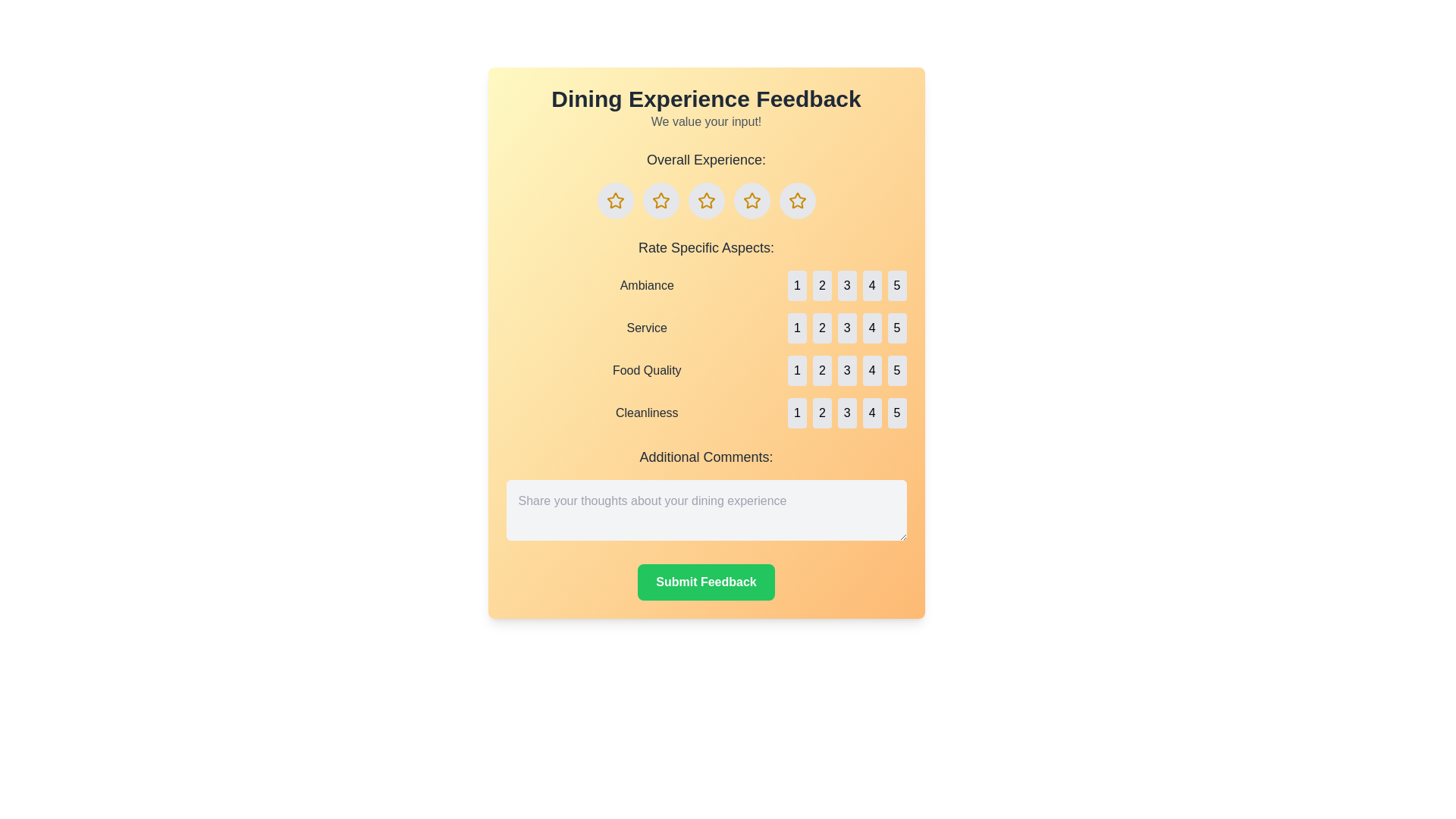 The image size is (1456, 819). I want to click on the text label that displays 'Service' in a medium-weight, gray-colored font on a light orange background, positioned in the middle left section of the interface, so click(647, 327).